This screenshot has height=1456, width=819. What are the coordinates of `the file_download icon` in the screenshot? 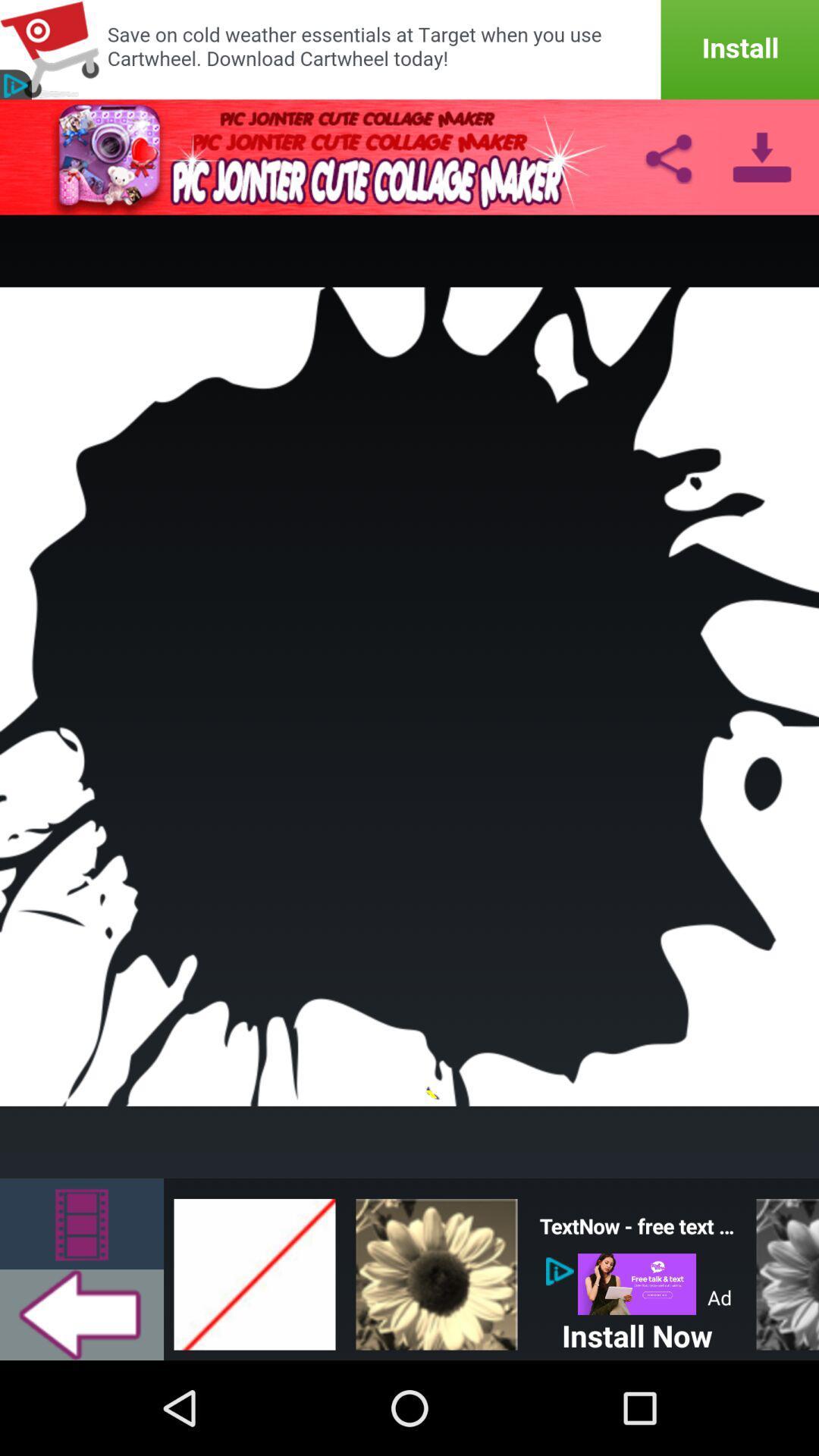 It's located at (762, 168).